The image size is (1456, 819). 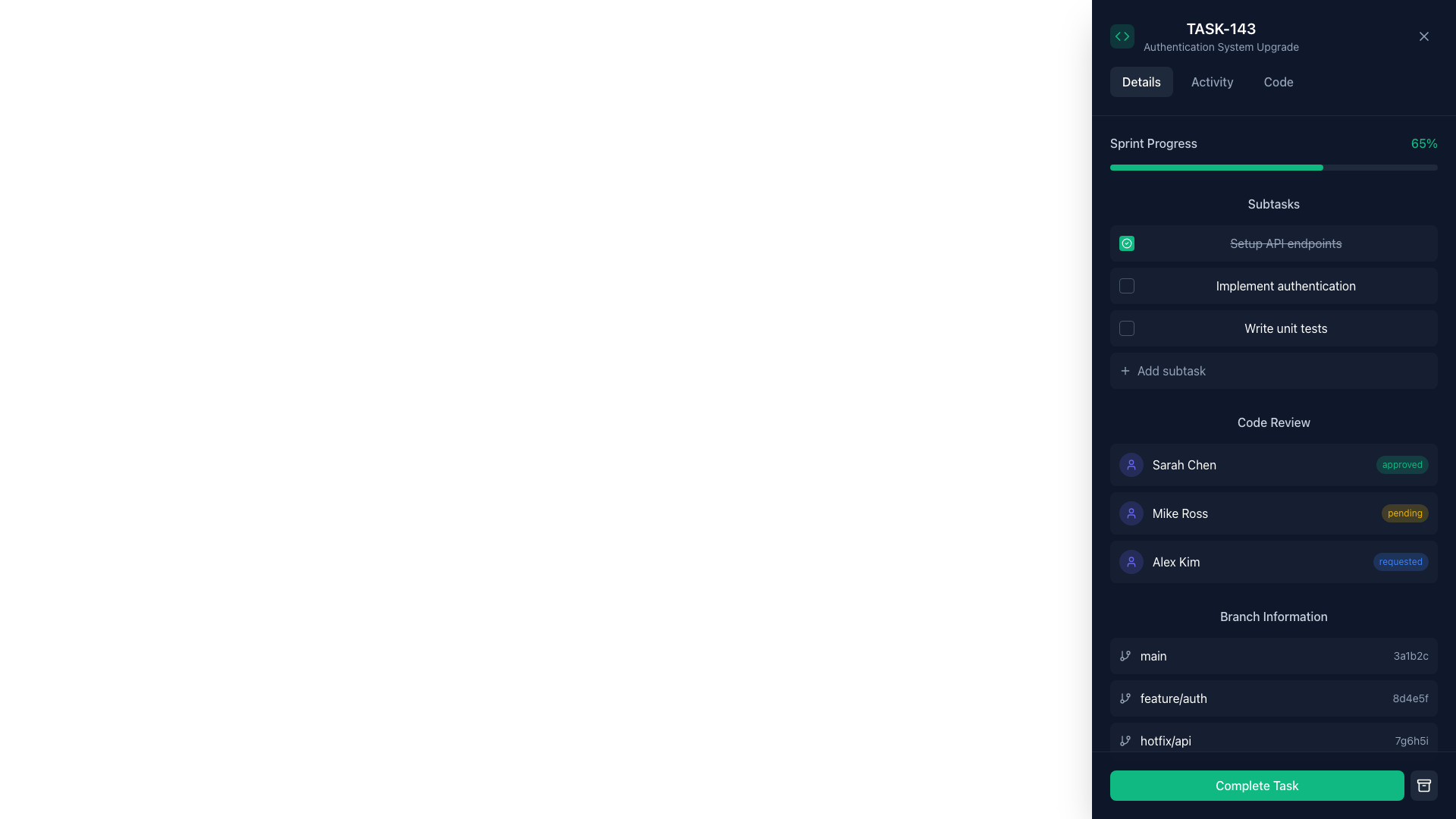 I want to click on the user avatar and text label displaying 'Sarah Chen' in the 'Code Review' section, which is the first item in the vertical list, so click(x=1167, y=464).